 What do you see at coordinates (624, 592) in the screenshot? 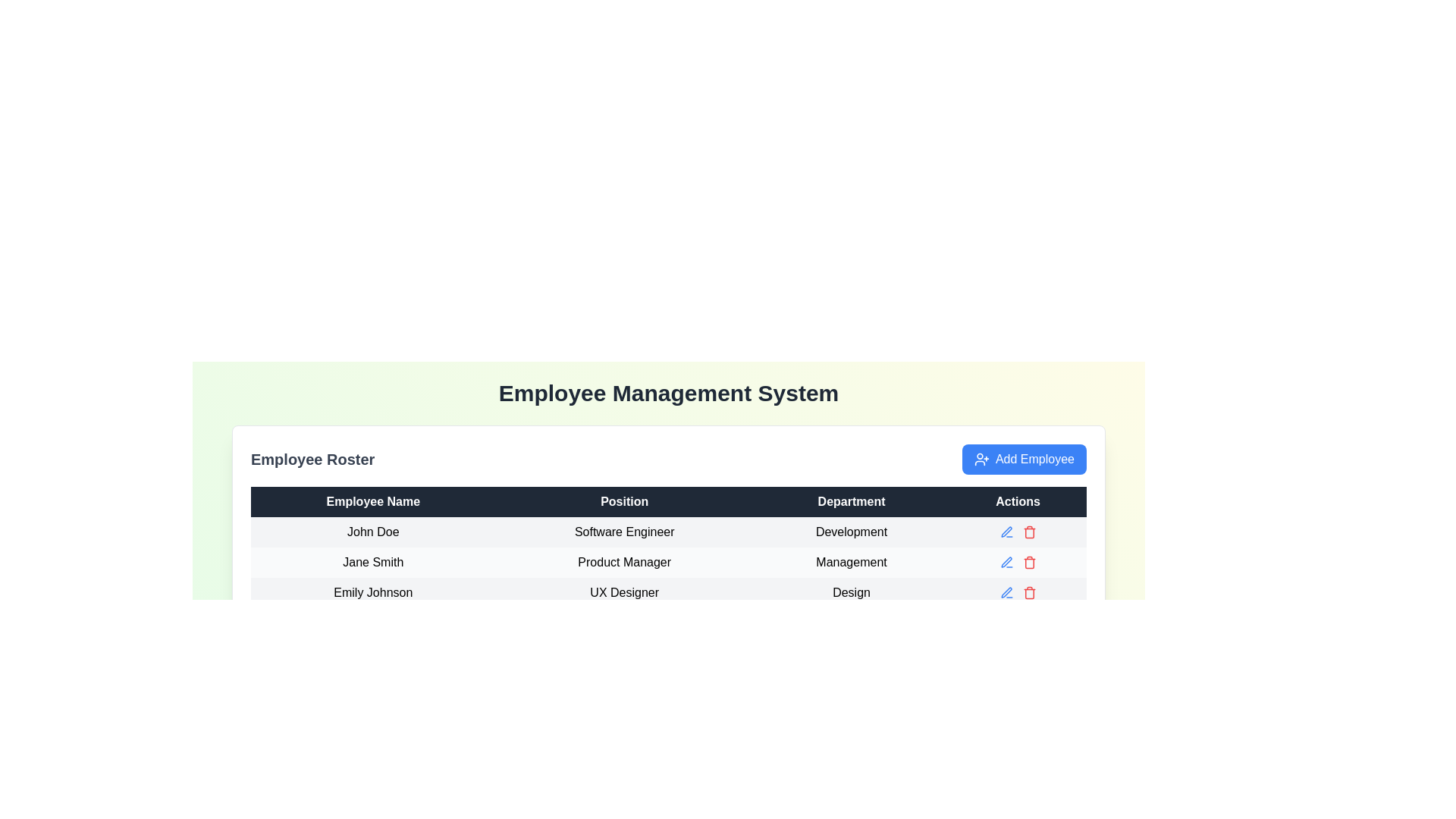
I see `the text label element displaying 'UX Designer' located in the second column of the third row in a data table, between 'Emily Johnson' and 'Design'` at bounding box center [624, 592].